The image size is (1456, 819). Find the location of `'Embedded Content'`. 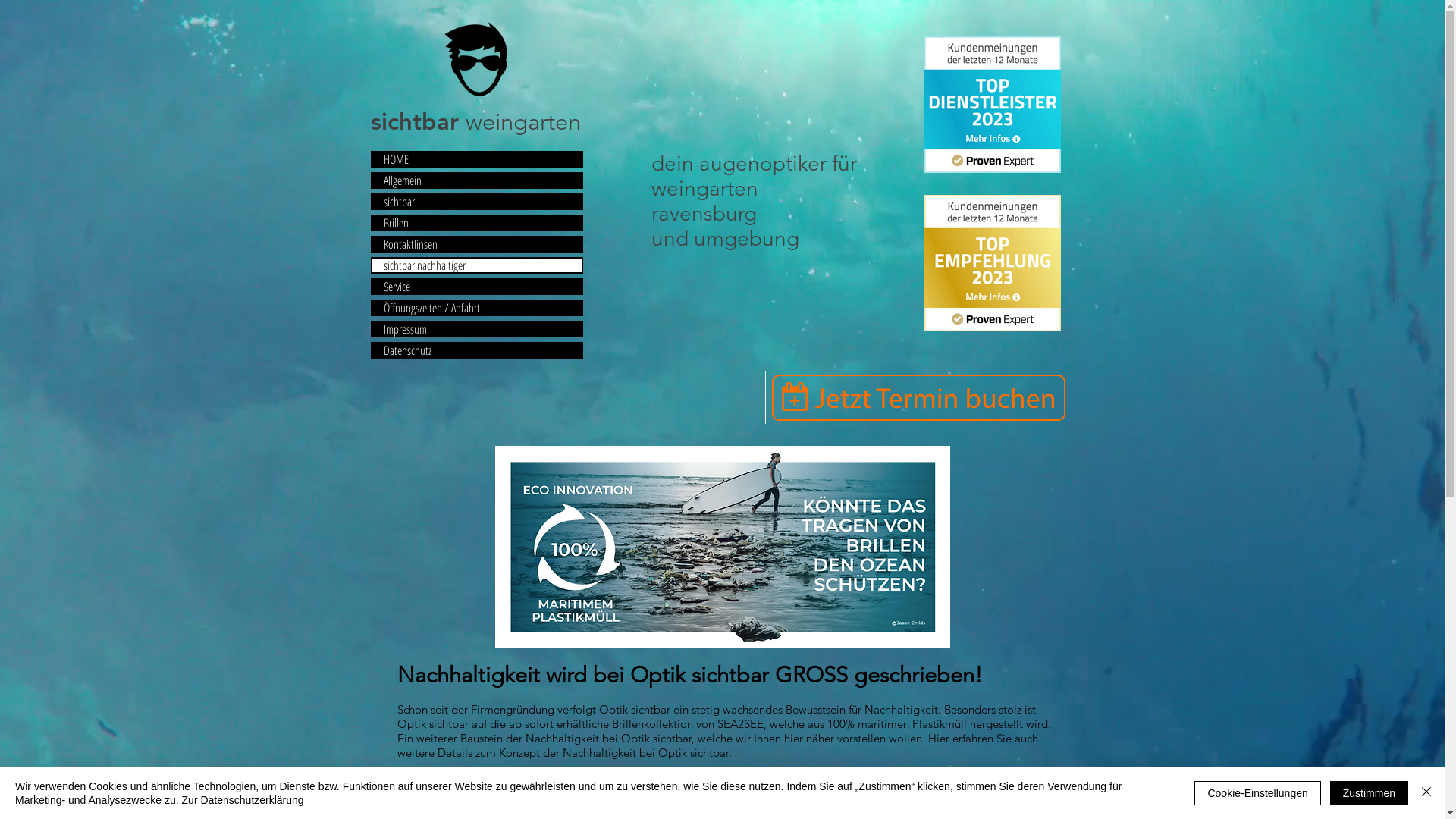

'Embedded Content' is located at coordinates (993, 104).